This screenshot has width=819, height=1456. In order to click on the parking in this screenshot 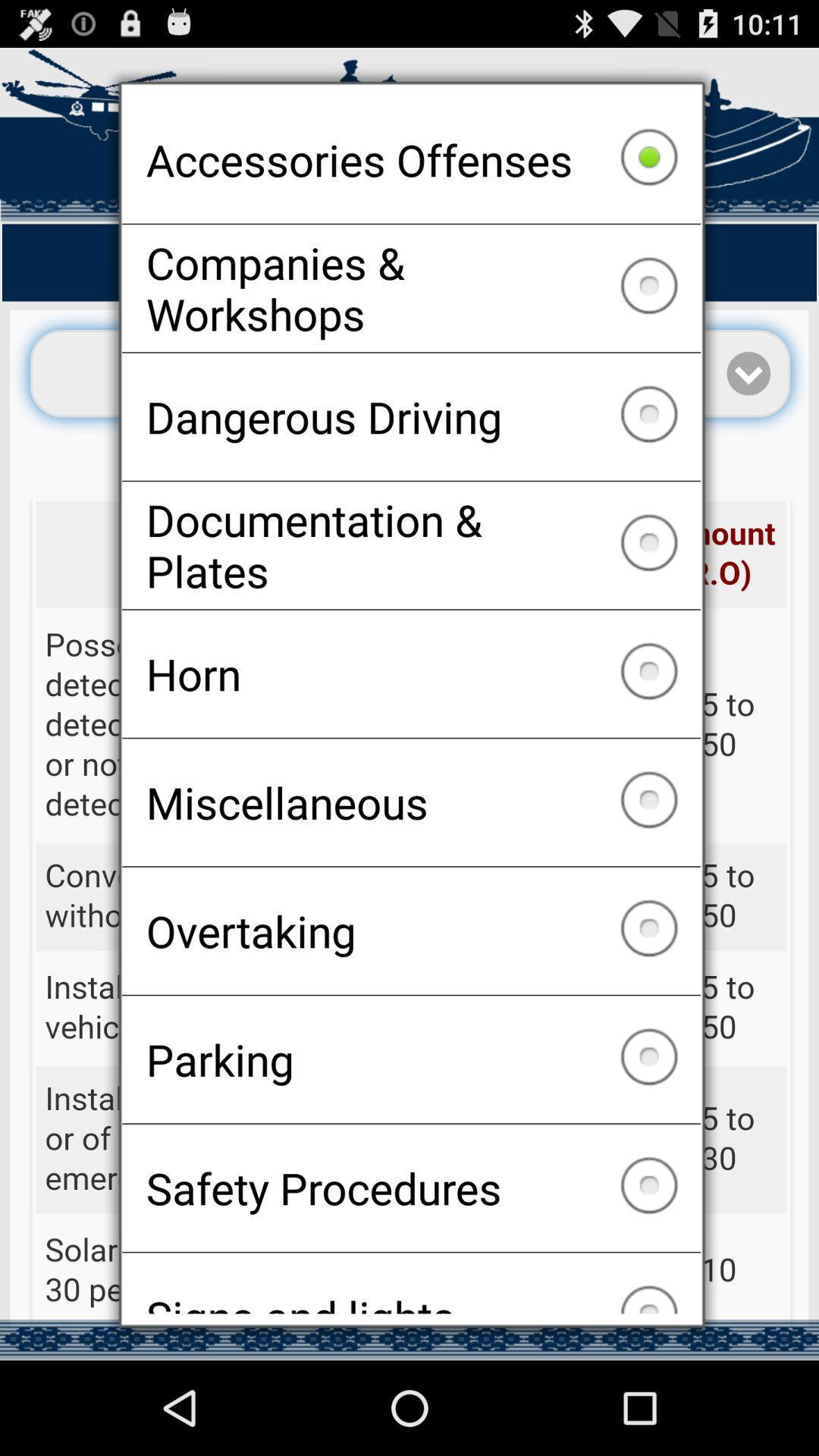, I will do `click(411, 1059)`.